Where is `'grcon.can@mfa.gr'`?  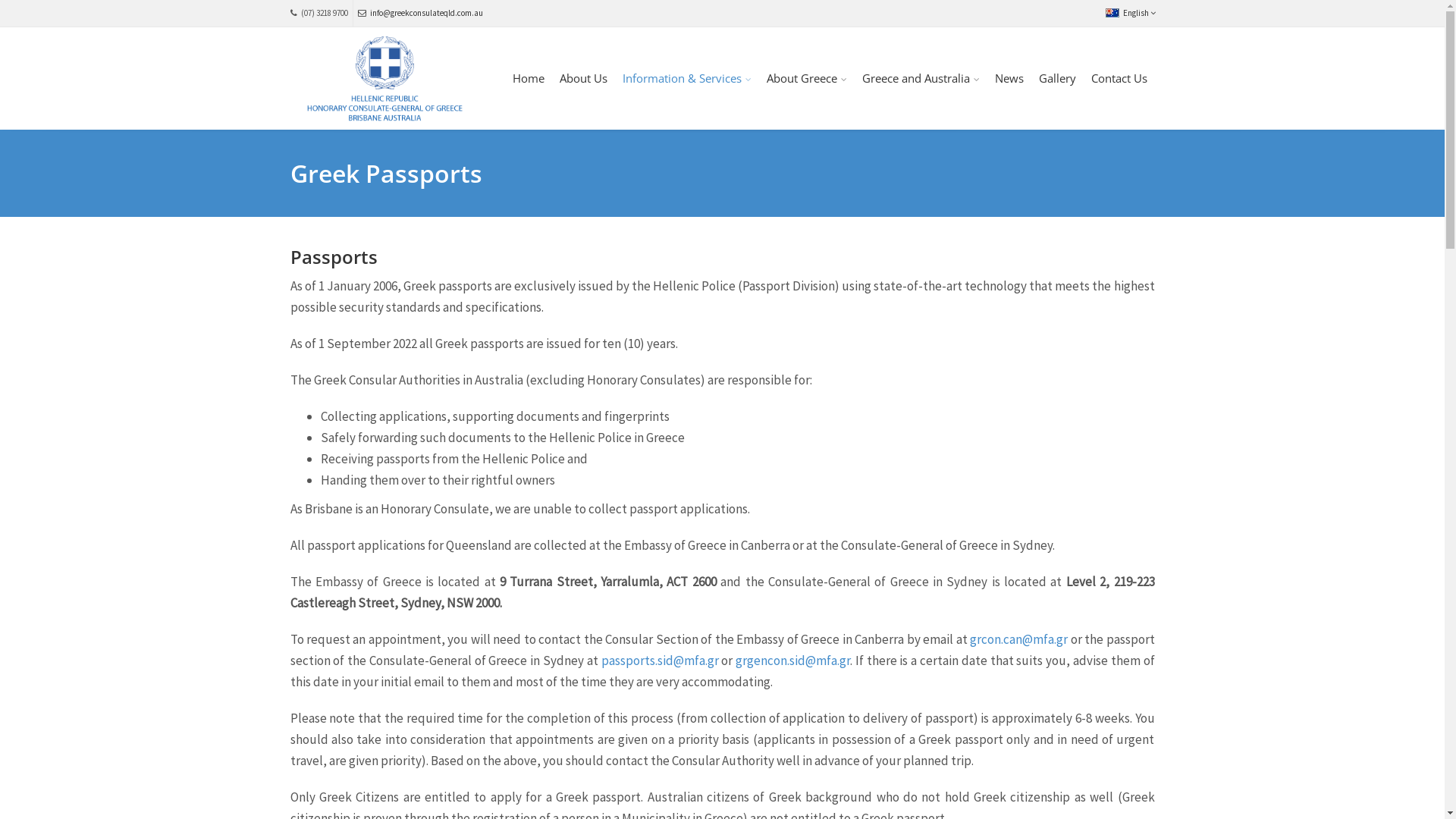
'grcon.can@mfa.gr' is located at coordinates (968, 639).